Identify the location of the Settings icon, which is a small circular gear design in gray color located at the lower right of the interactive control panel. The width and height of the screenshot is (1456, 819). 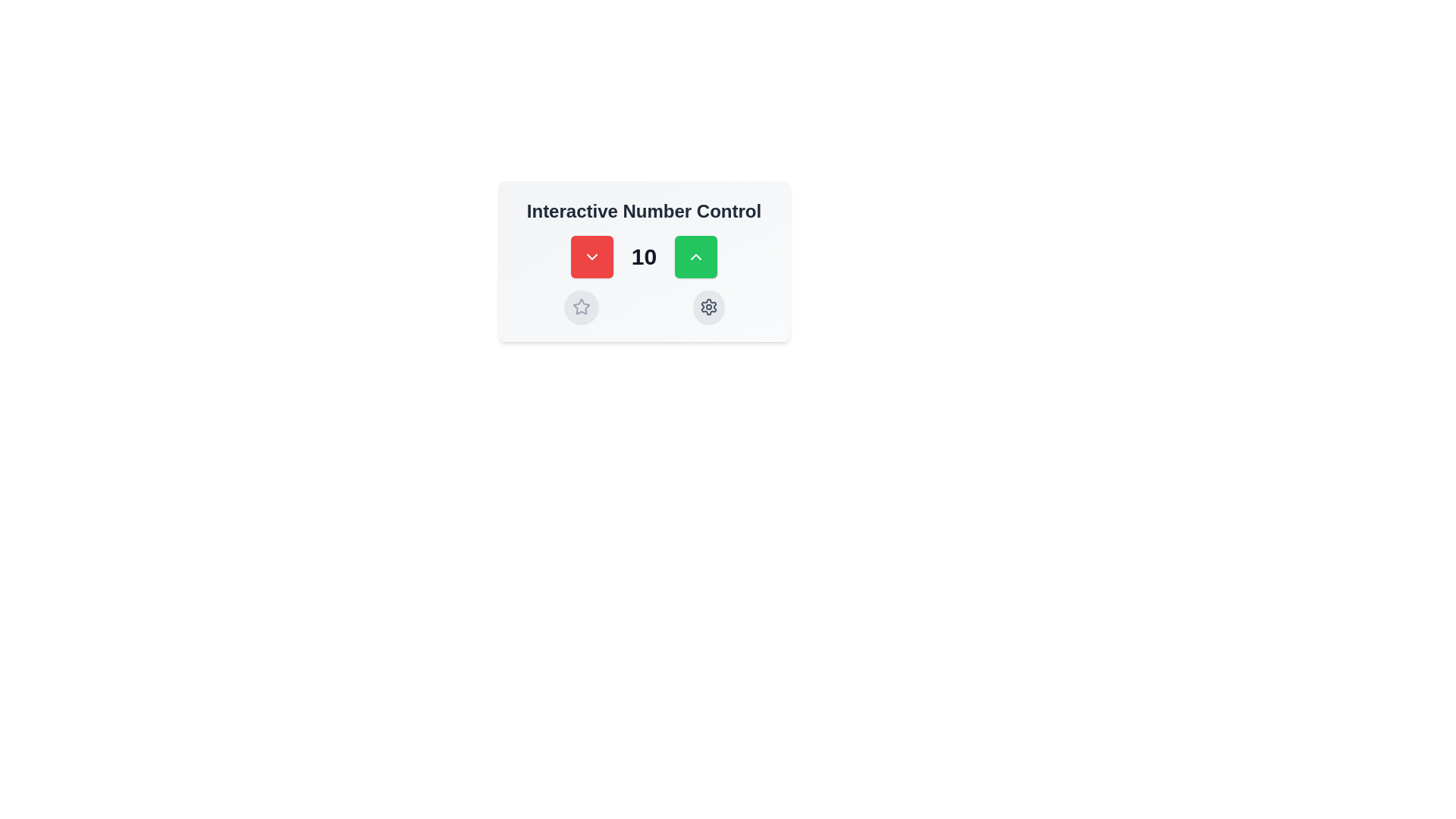
(708, 307).